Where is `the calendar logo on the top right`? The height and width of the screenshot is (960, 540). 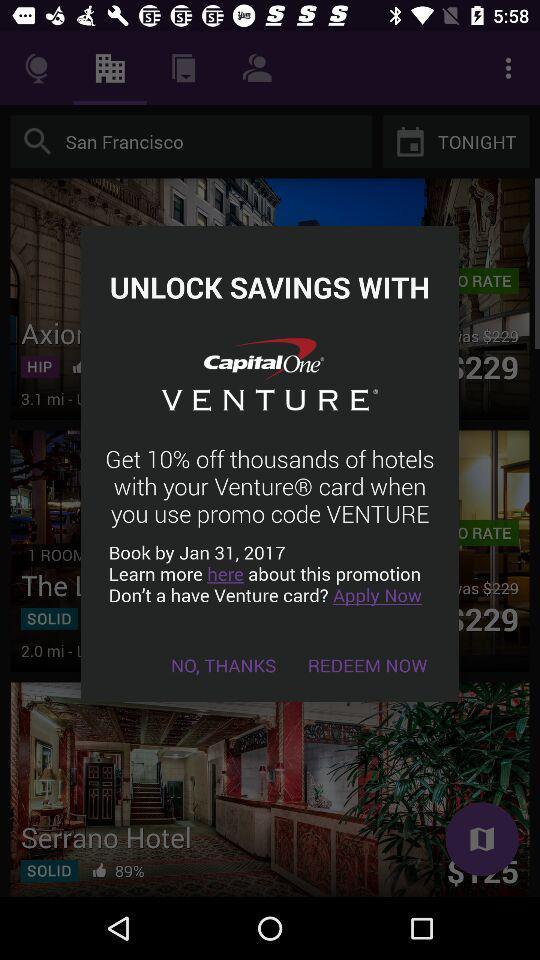
the calendar logo on the top right is located at coordinates (409, 140).